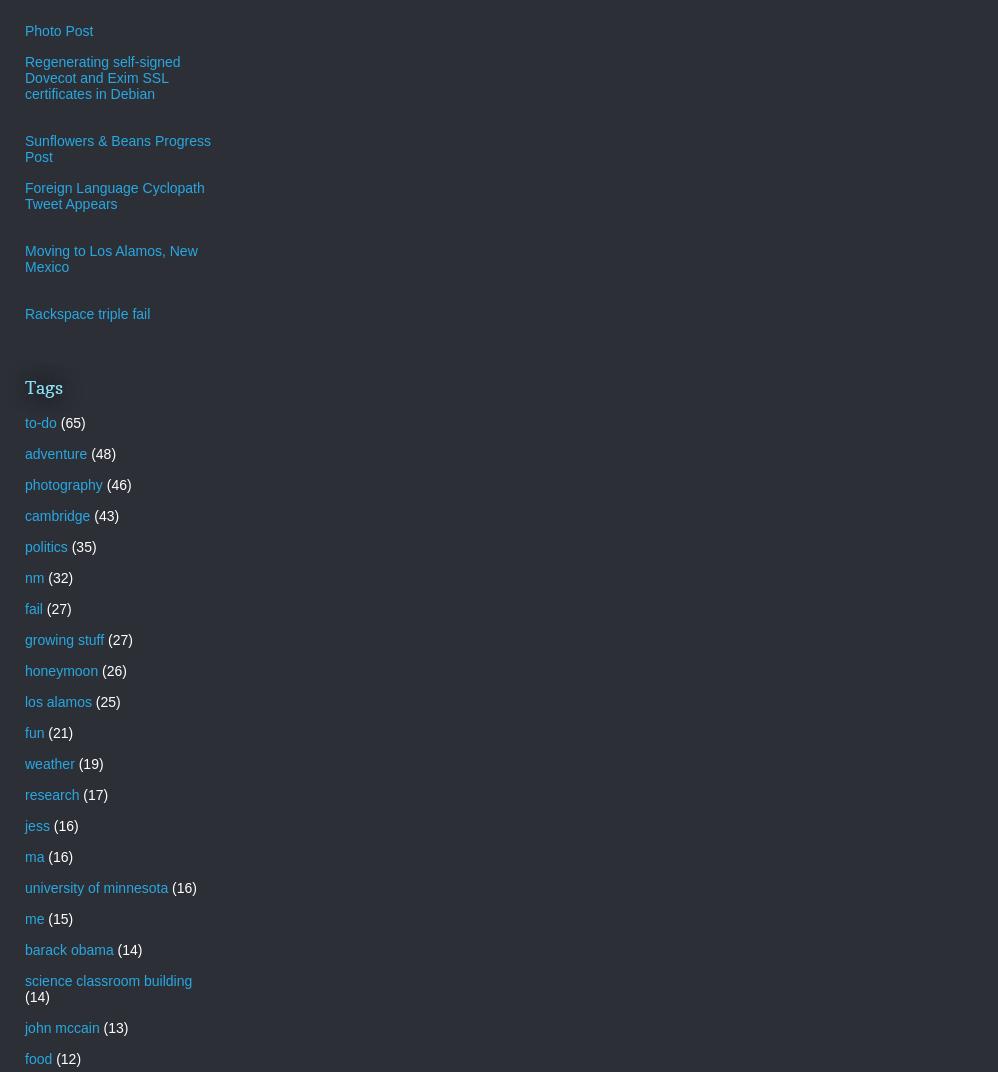  What do you see at coordinates (110, 258) in the screenshot?
I see `'Moving to Los Alamos, New Mexico'` at bounding box center [110, 258].